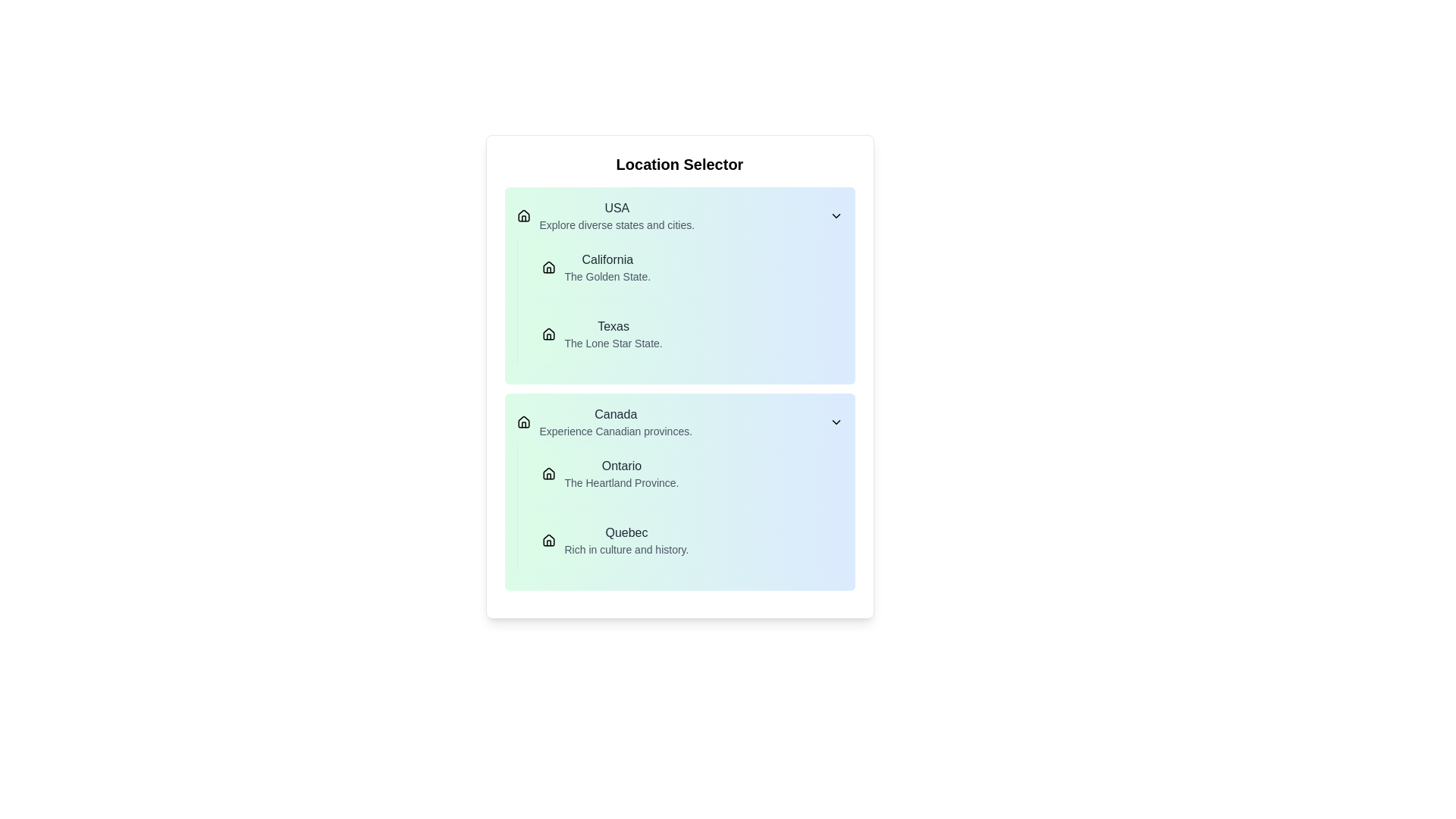 This screenshot has height=819, width=1456. What do you see at coordinates (617, 216) in the screenshot?
I see `the text block displaying 'USA' and the description 'Explore diverse states and cities.'` at bounding box center [617, 216].